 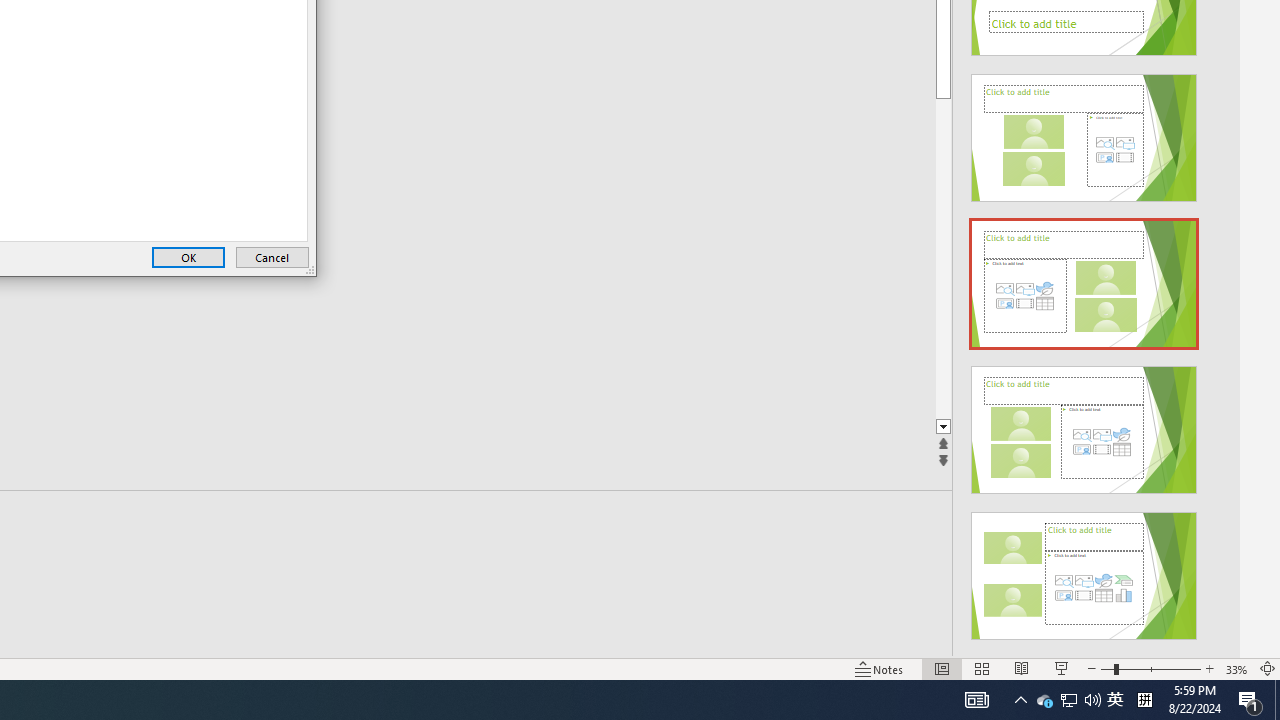 What do you see at coordinates (1236, 669) in the screenshot?
I see `'Zoom 33%'` at bounding box center [1236, 669].